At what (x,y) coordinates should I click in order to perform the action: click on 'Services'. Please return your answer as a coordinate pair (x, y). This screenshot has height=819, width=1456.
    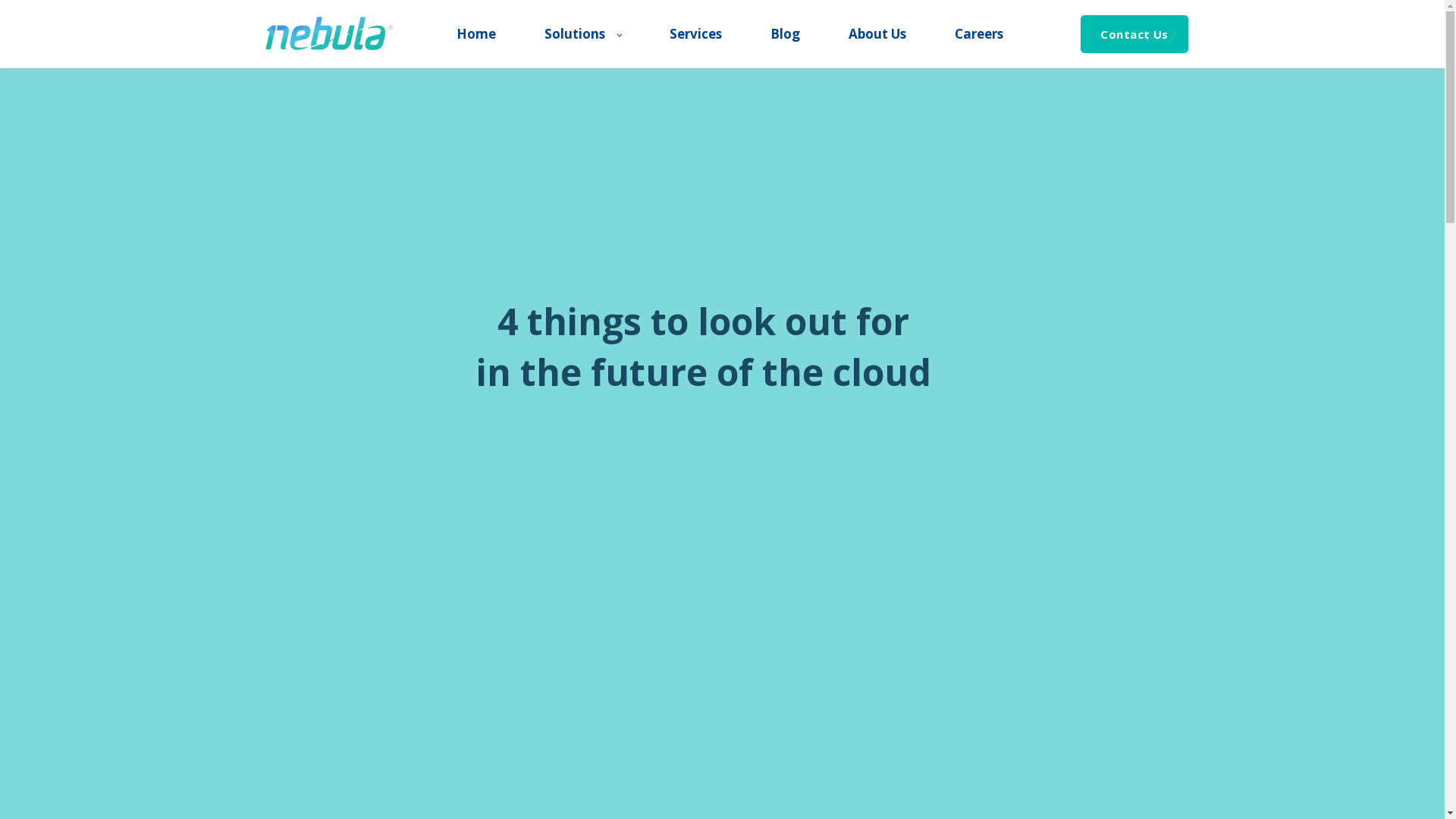
    Looking at the image, I should click on (695, 34).